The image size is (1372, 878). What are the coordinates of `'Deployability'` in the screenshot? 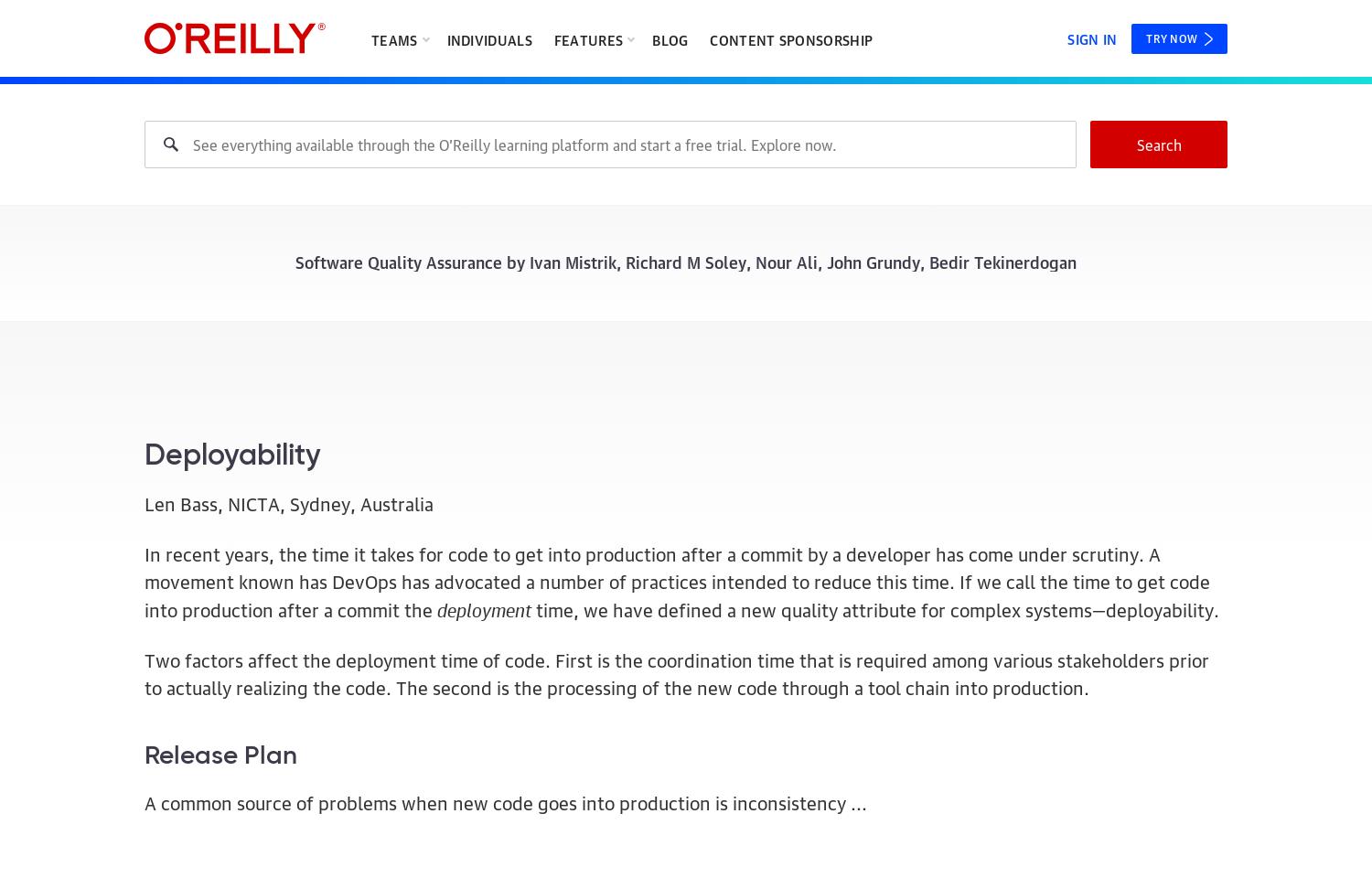 It's located at (232, 455).